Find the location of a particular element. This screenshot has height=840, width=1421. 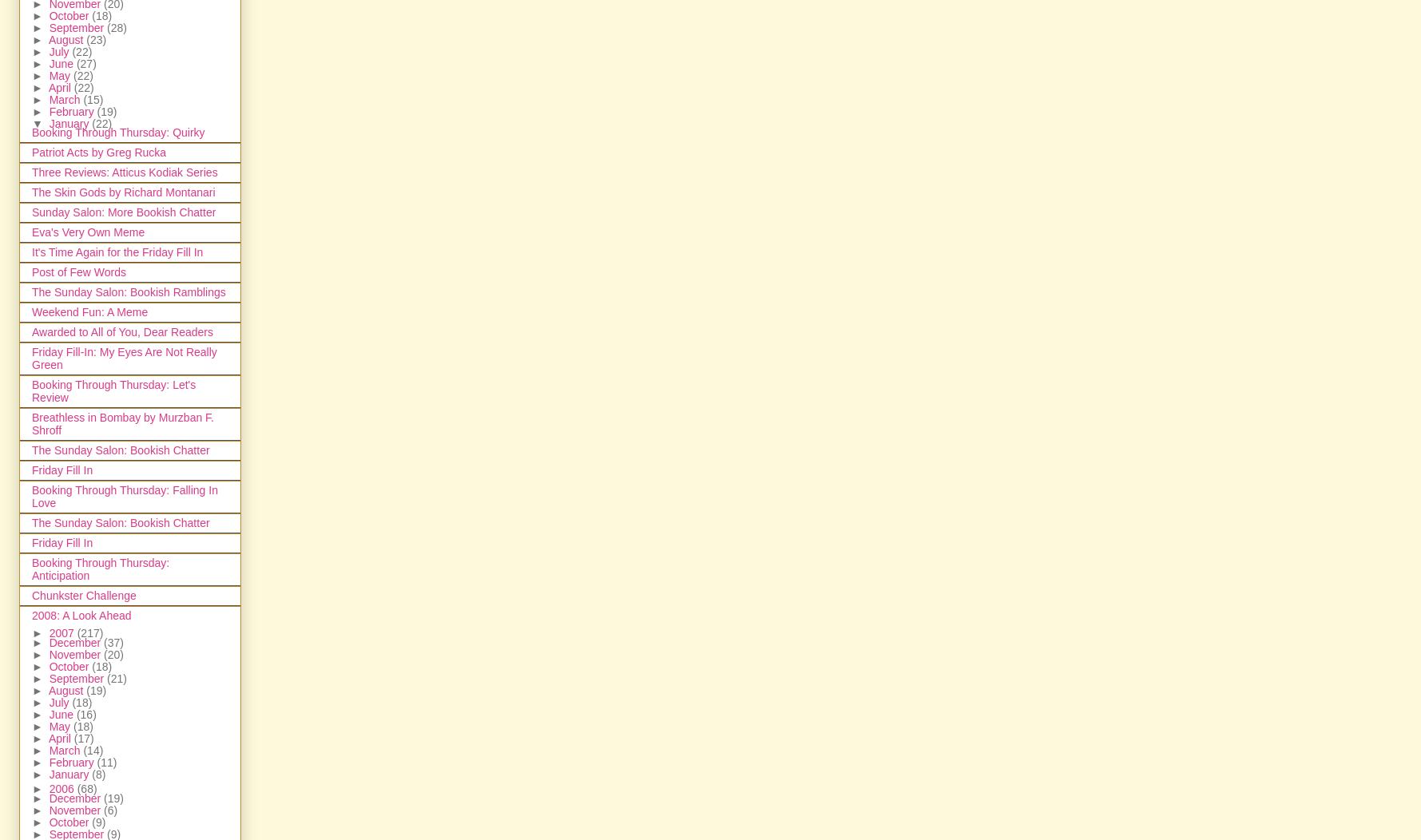

'Post of Few Words' is located at coordinates (77, 271).